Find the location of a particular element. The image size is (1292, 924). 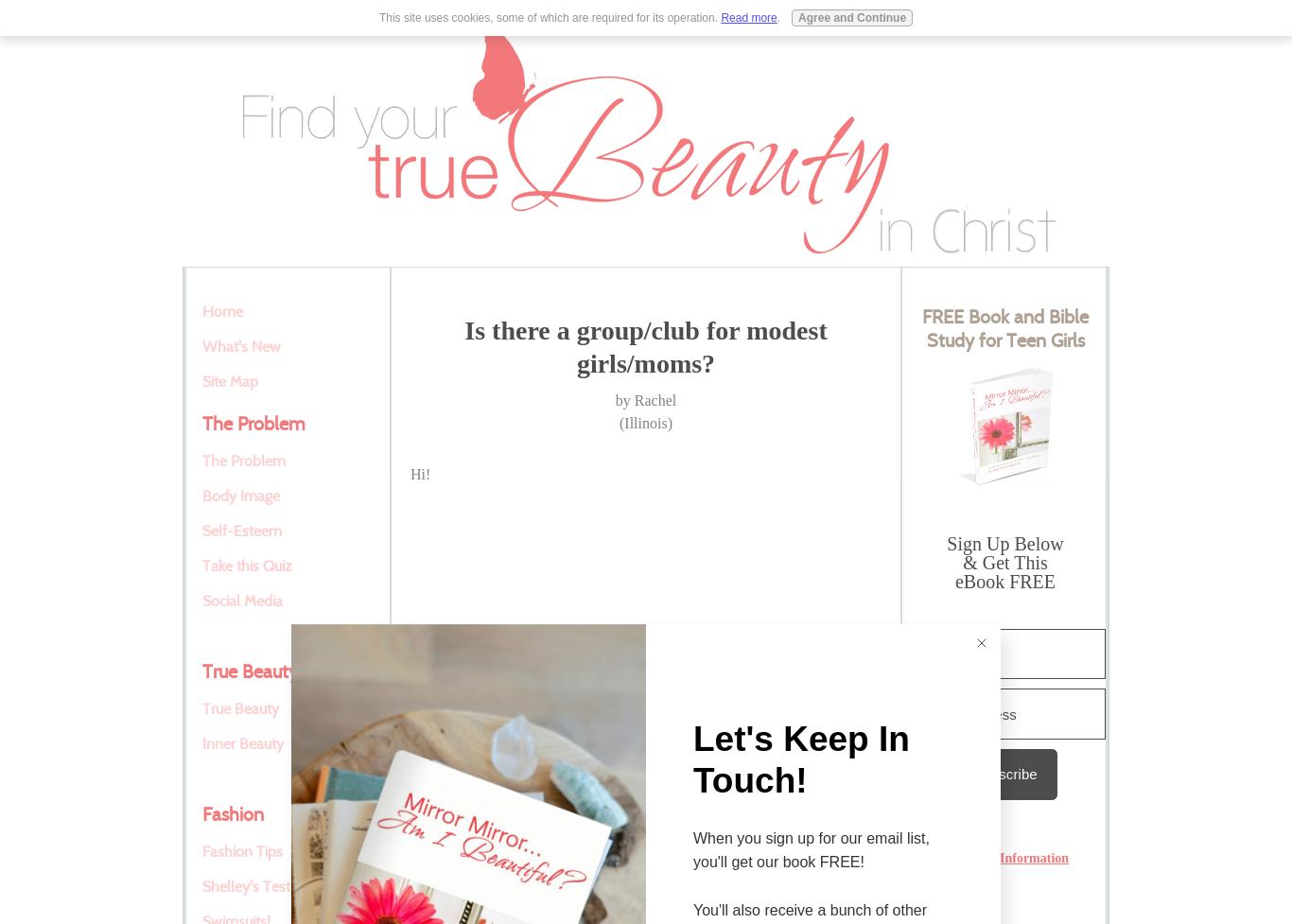

'Subscribe' is located at coordinates (972, 772).